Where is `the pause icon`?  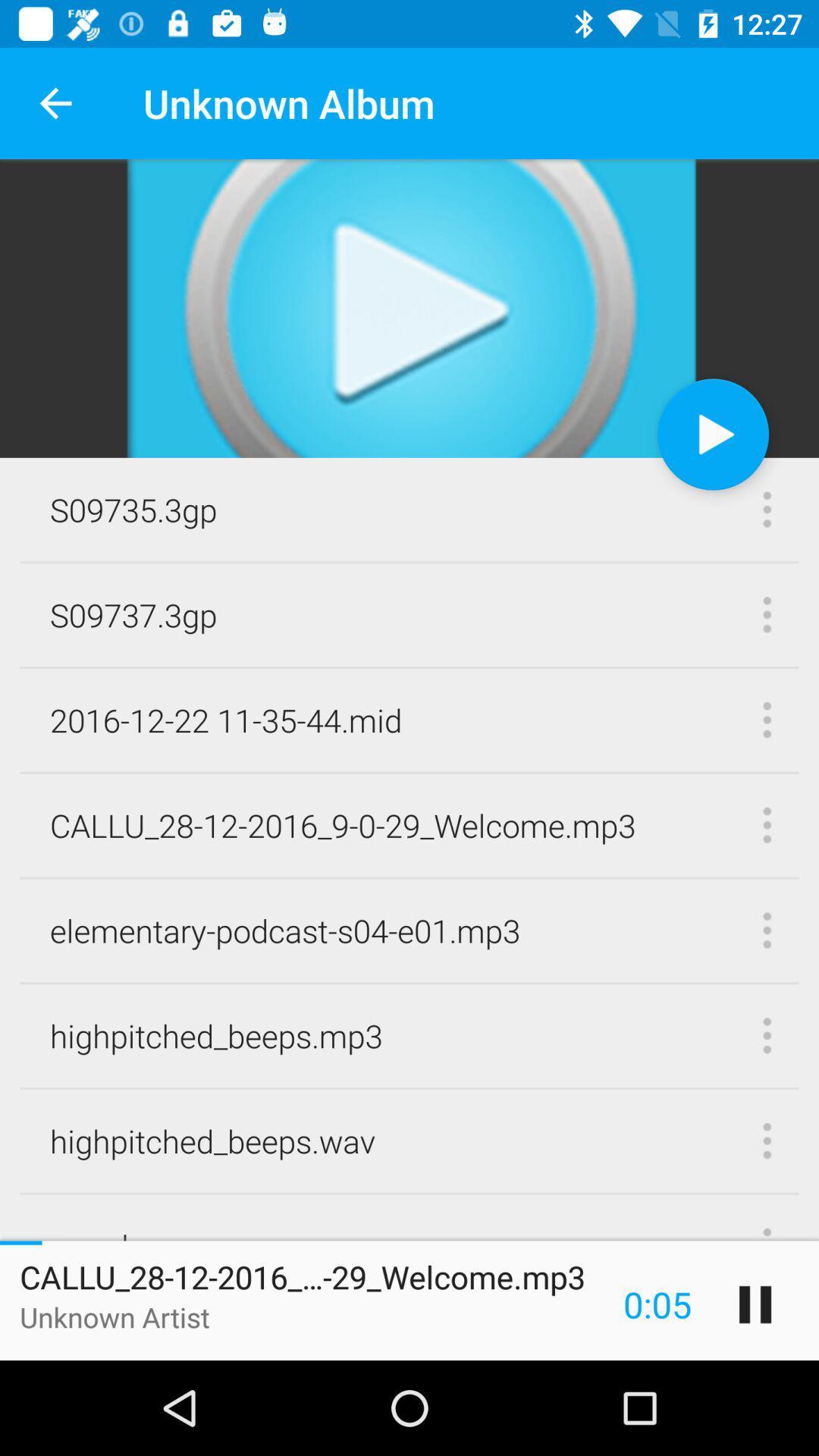
the pause icon is located at coordinates (755, 1304).